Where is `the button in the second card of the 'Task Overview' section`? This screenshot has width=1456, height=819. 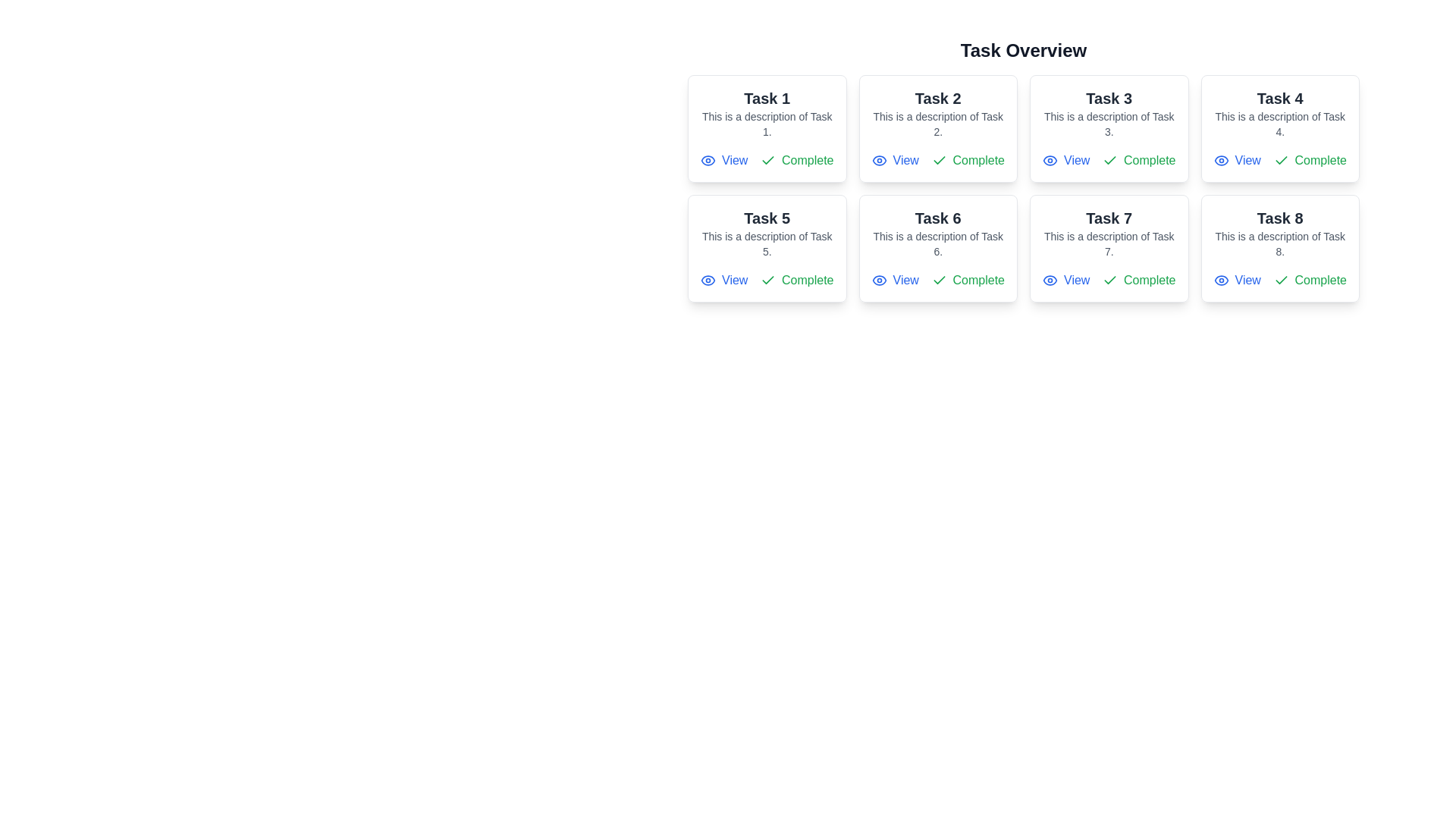
the button in the second card of the 'Task Overview' section is located at coordinates (895, 161).